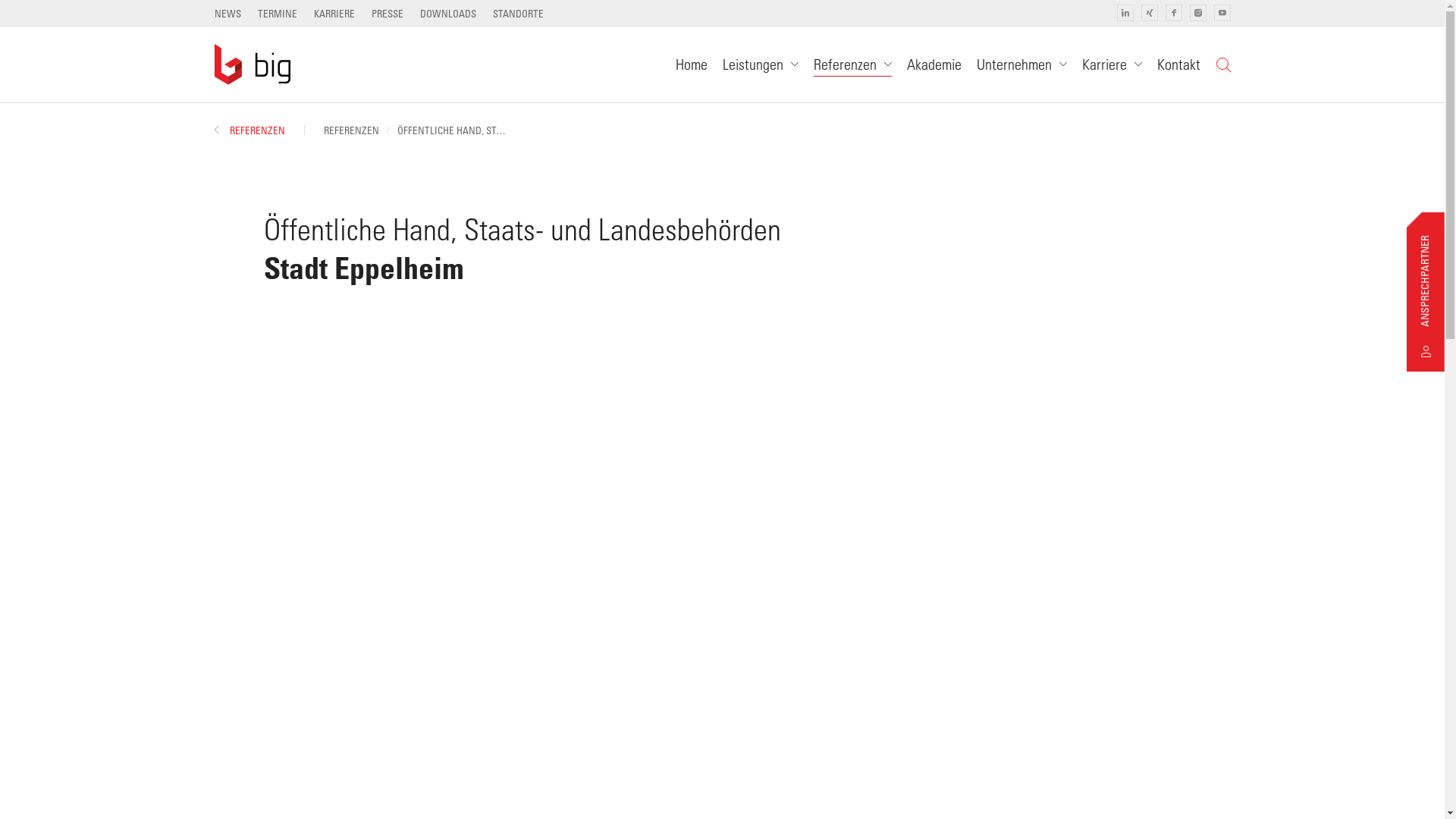  I want to click on 'PRESSE', so click(387, 13).